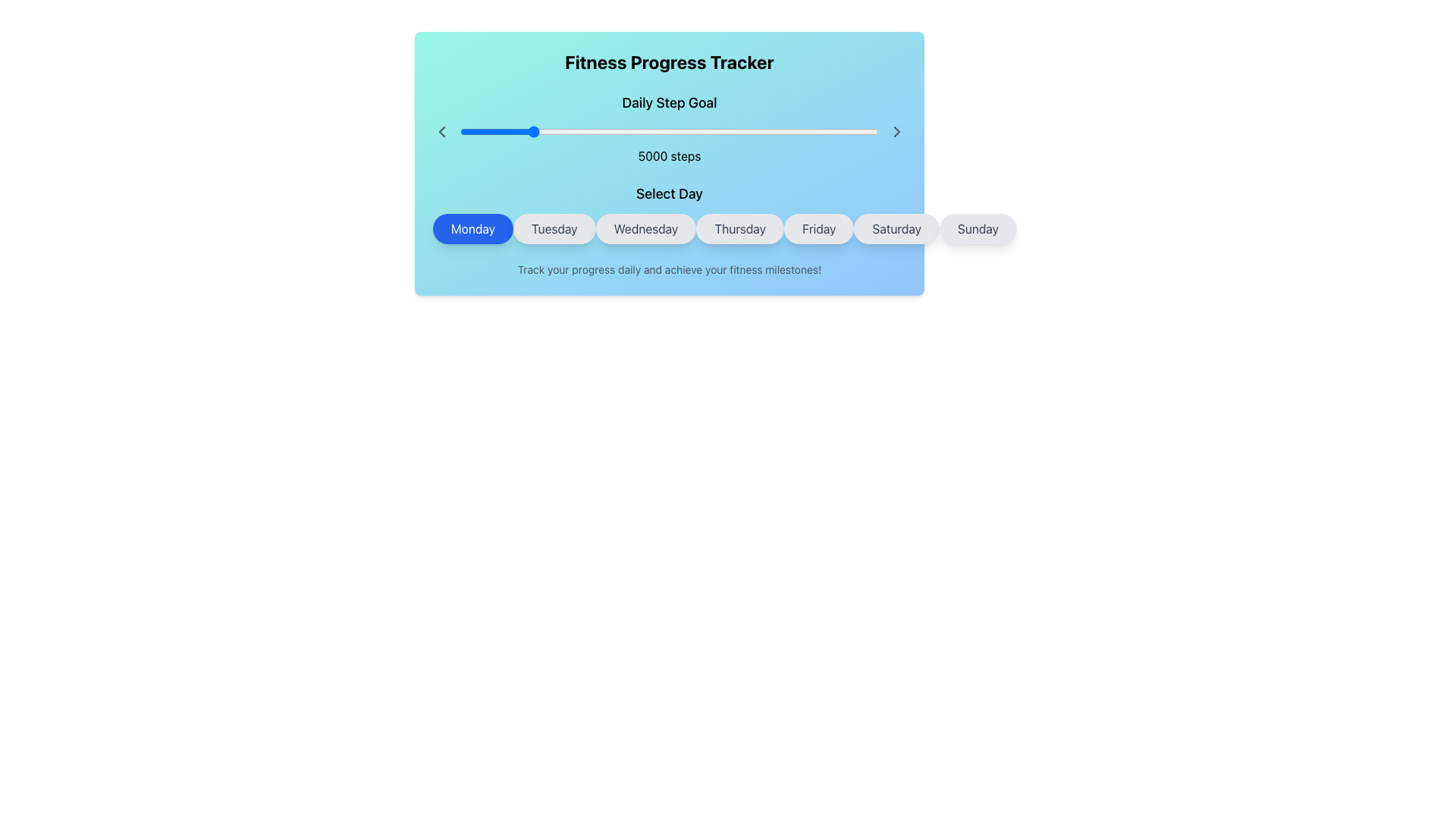 Image resolution: width=1456 pixels, height=819 pixels. What do you see at coordinates (661, 130) in the screenshot?
I see `the step goal` at bounding box center [661, 130].